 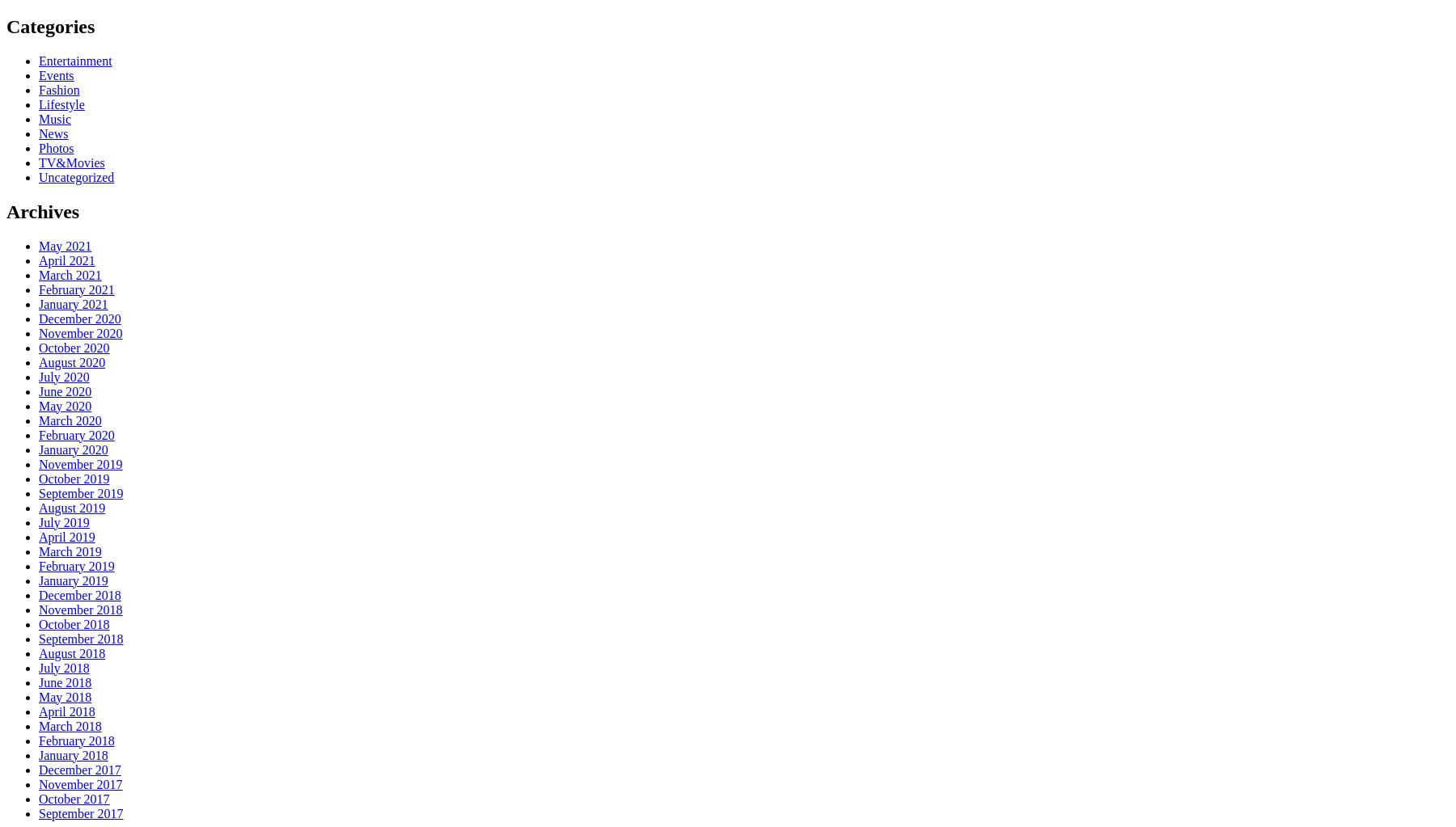 What do you see at coordinates (63, 521) in the screenshot?
I see `'July 2019'` at bounding box center [63, 521].